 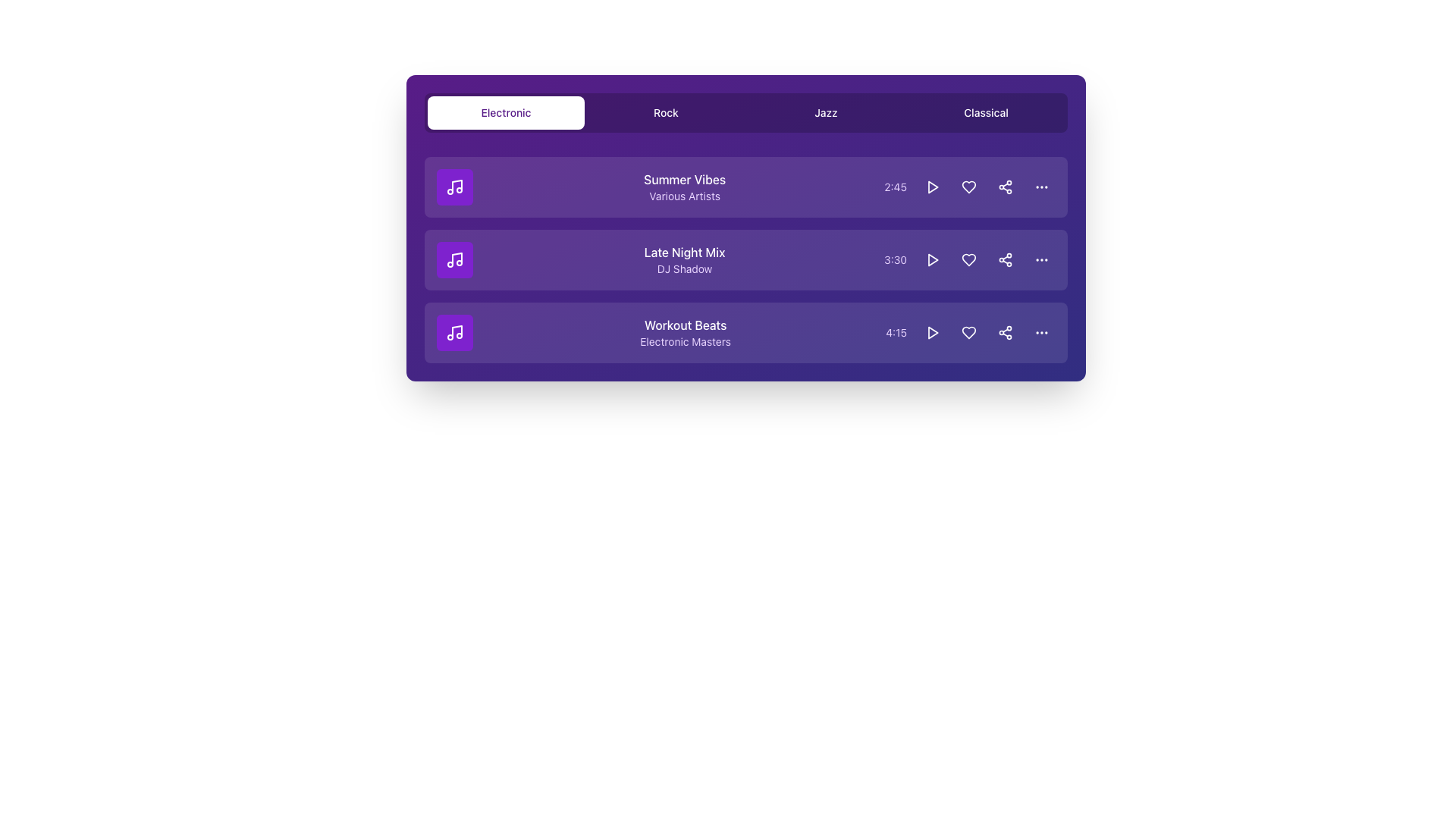 What do you see at coordinates (968, 259) in the screenshot?
I see `the heart-shaped icon button, which is styled with a distinct outline and a white color against a dark purple background, to mark the item as favorite` at bounding box center [968, 259].